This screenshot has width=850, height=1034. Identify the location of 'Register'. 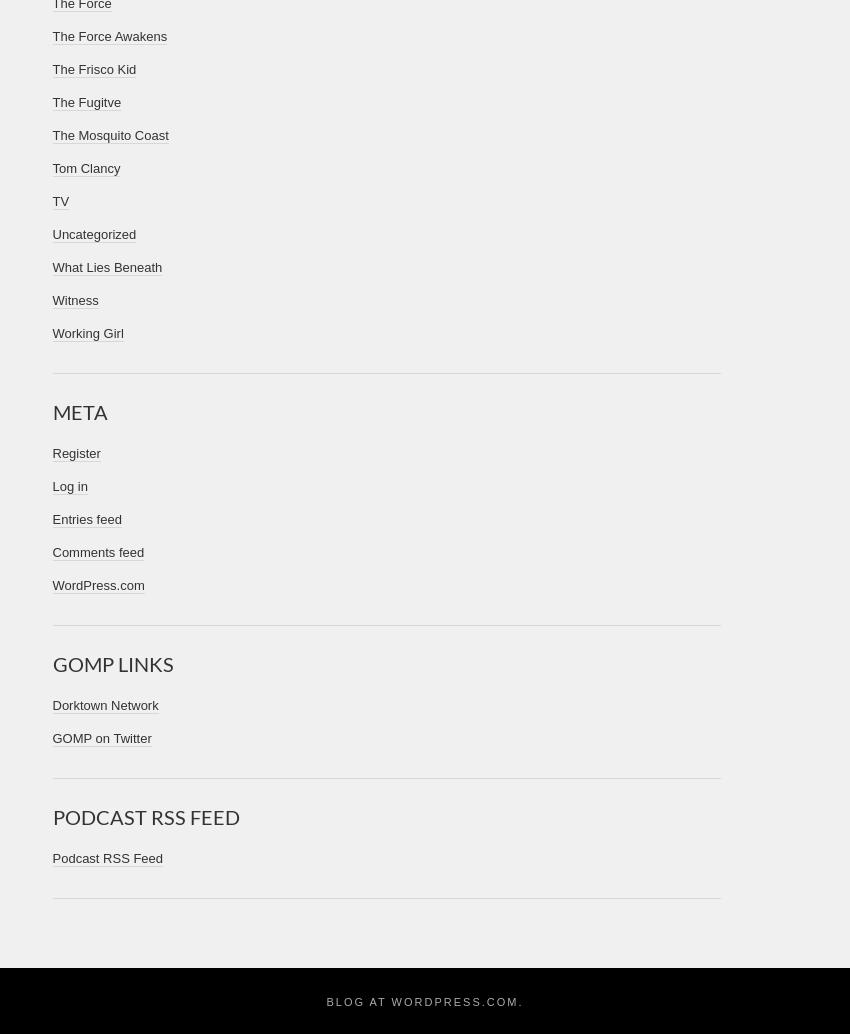
(75, 452).